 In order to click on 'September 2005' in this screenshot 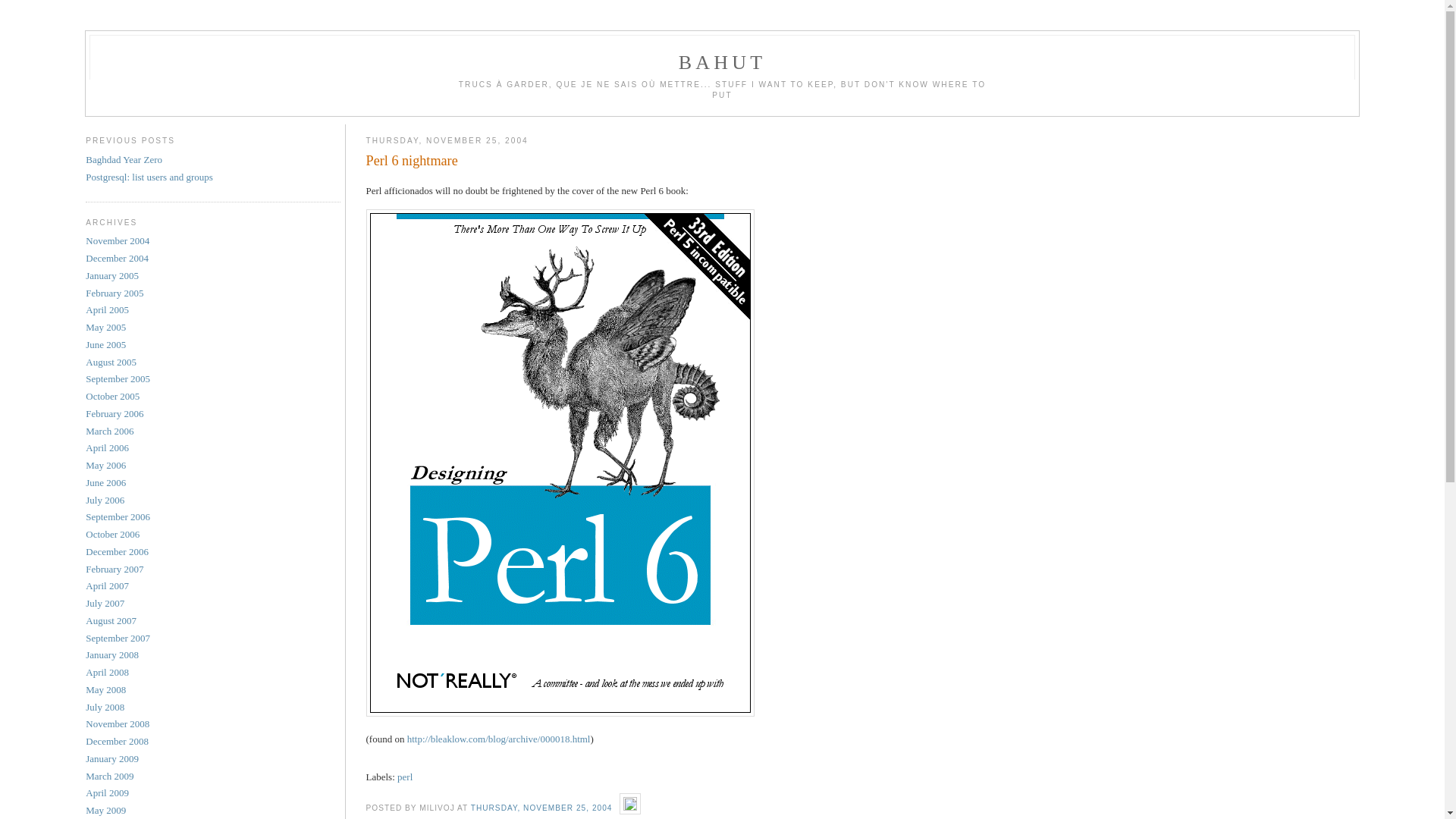, I will do `click(117, 378)`.